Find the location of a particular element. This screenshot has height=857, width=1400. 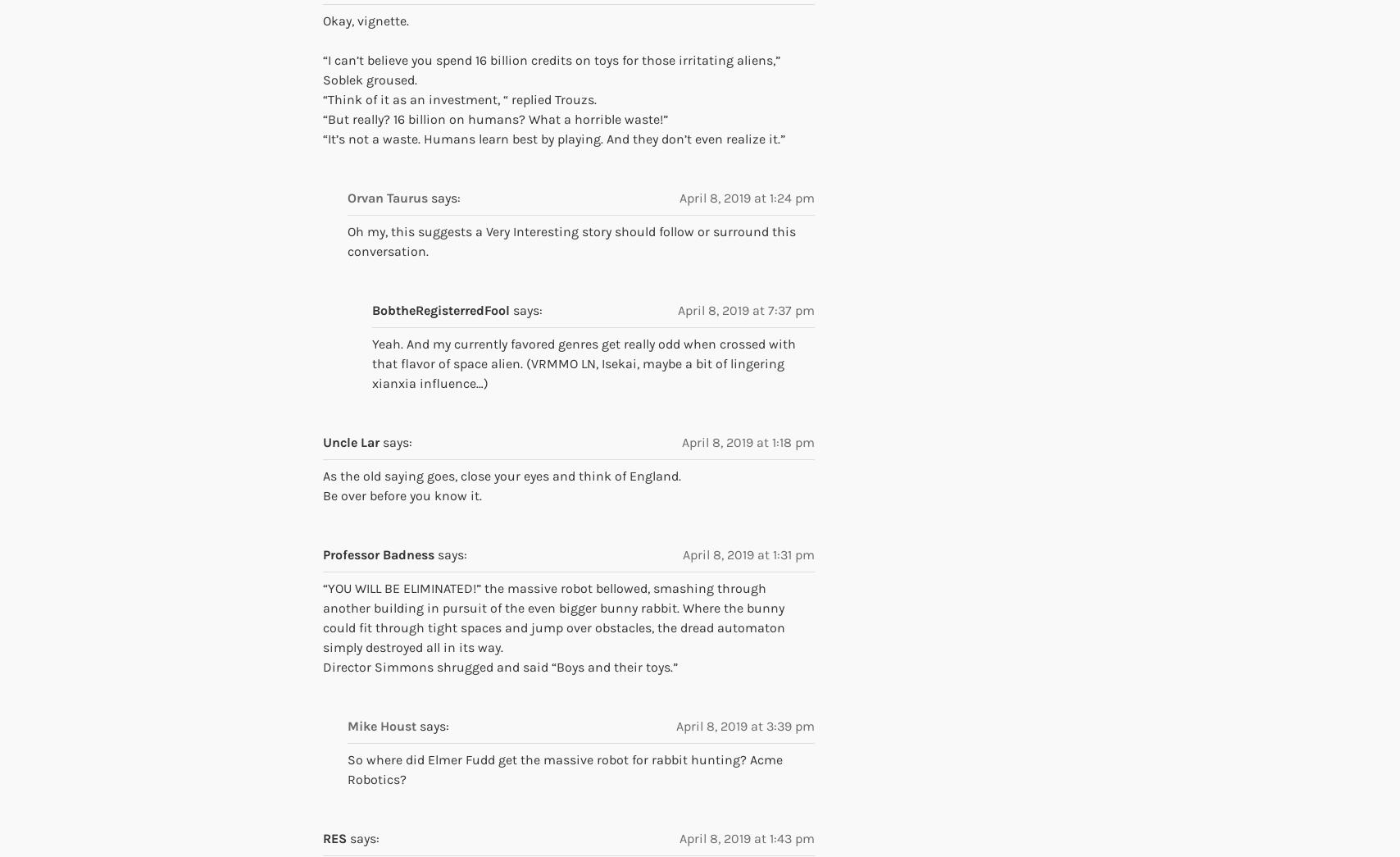

'April 8, 2019 at 1:43 pm' is located at coordinates (747, 837).